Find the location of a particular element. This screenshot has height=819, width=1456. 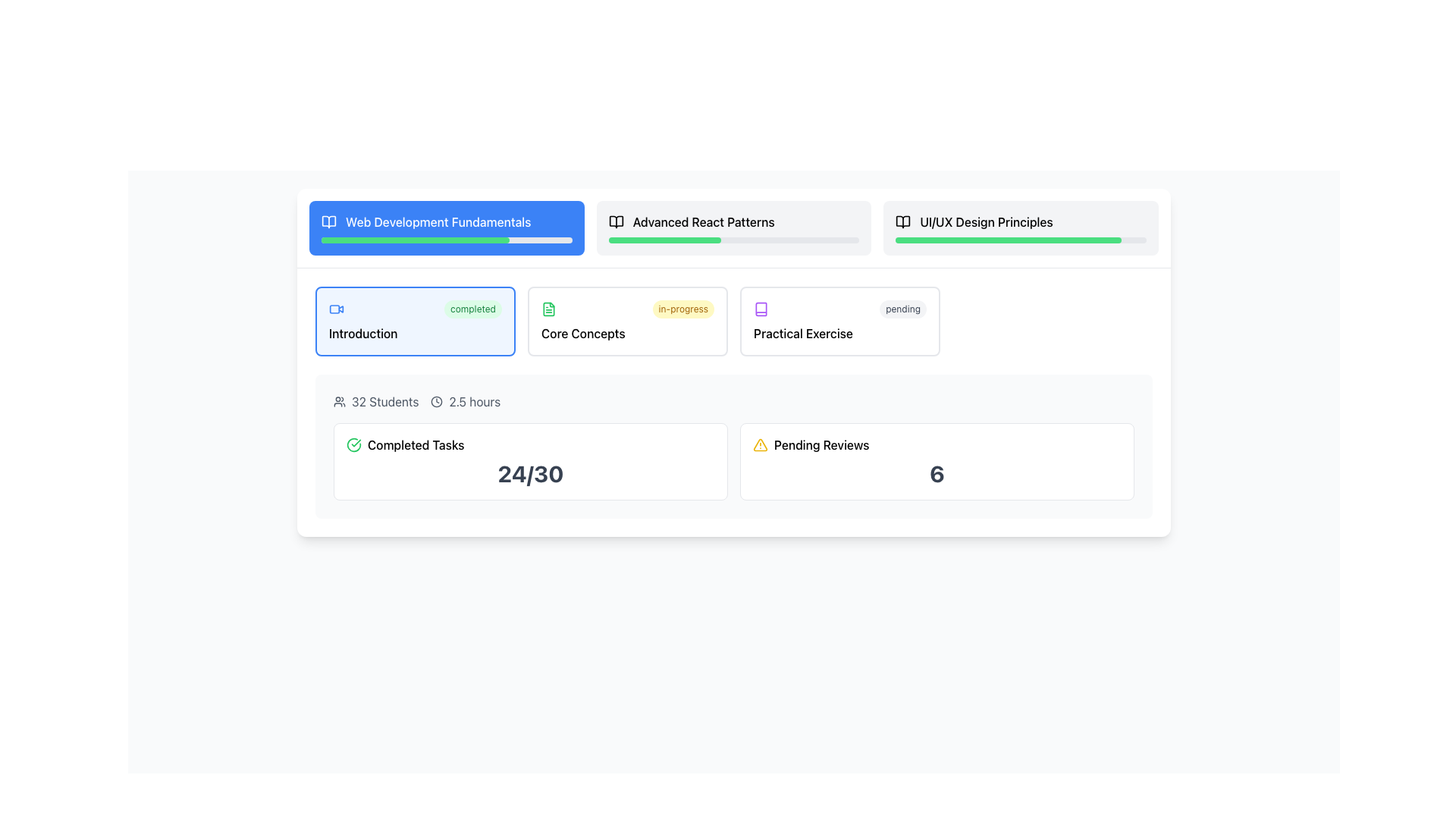

the content of the bold number '6' styled in a large font size and dark gray color, which is located beneath the 'Pending Reviews' label in a bordered and rounded white box is located at coordinates (937, 472).